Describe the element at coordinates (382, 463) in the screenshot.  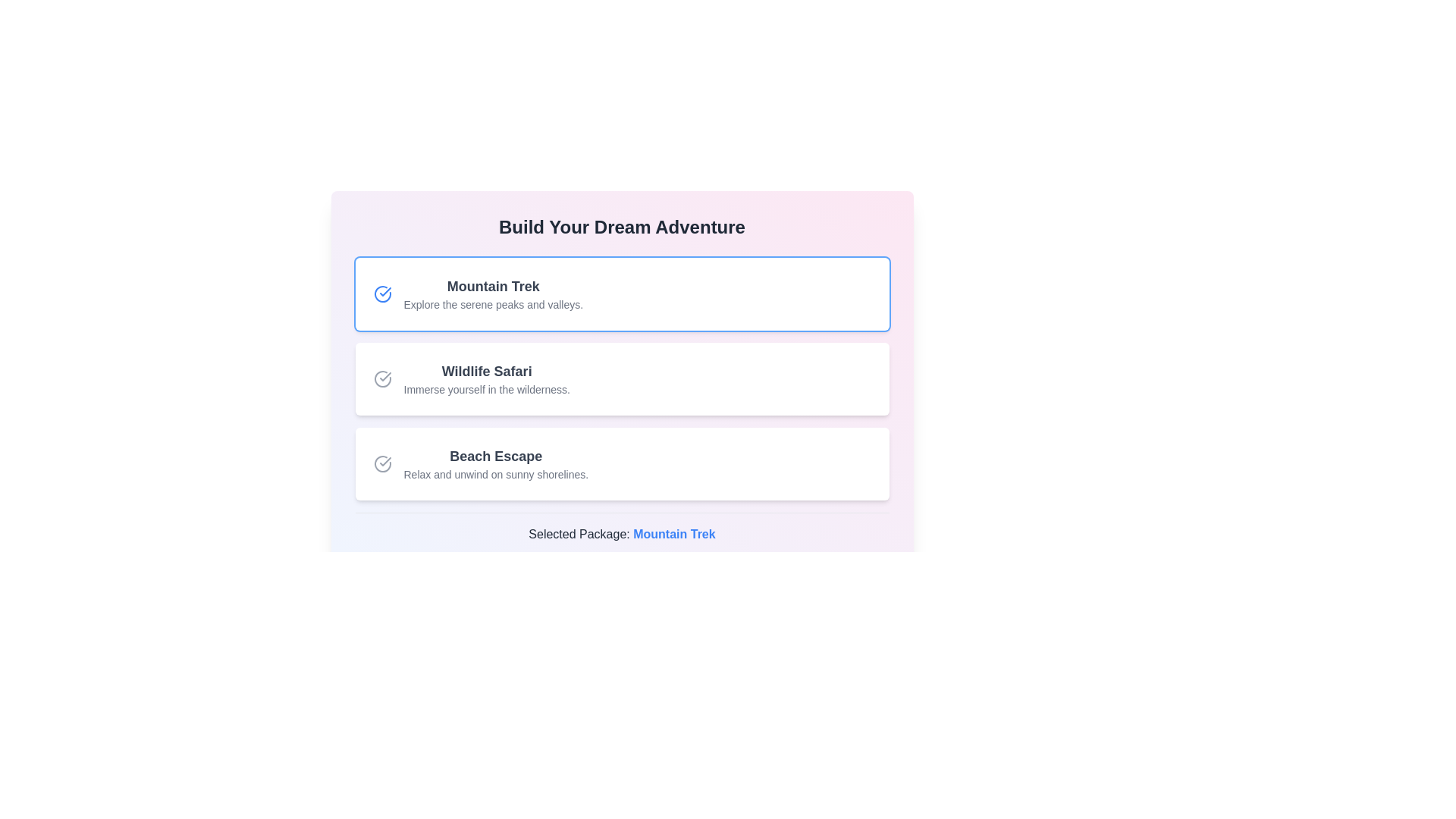
I see `the circular icon with a checkmark inside, styled in light gray, located on the left side of the 'Beach Escape' list item` at that location.